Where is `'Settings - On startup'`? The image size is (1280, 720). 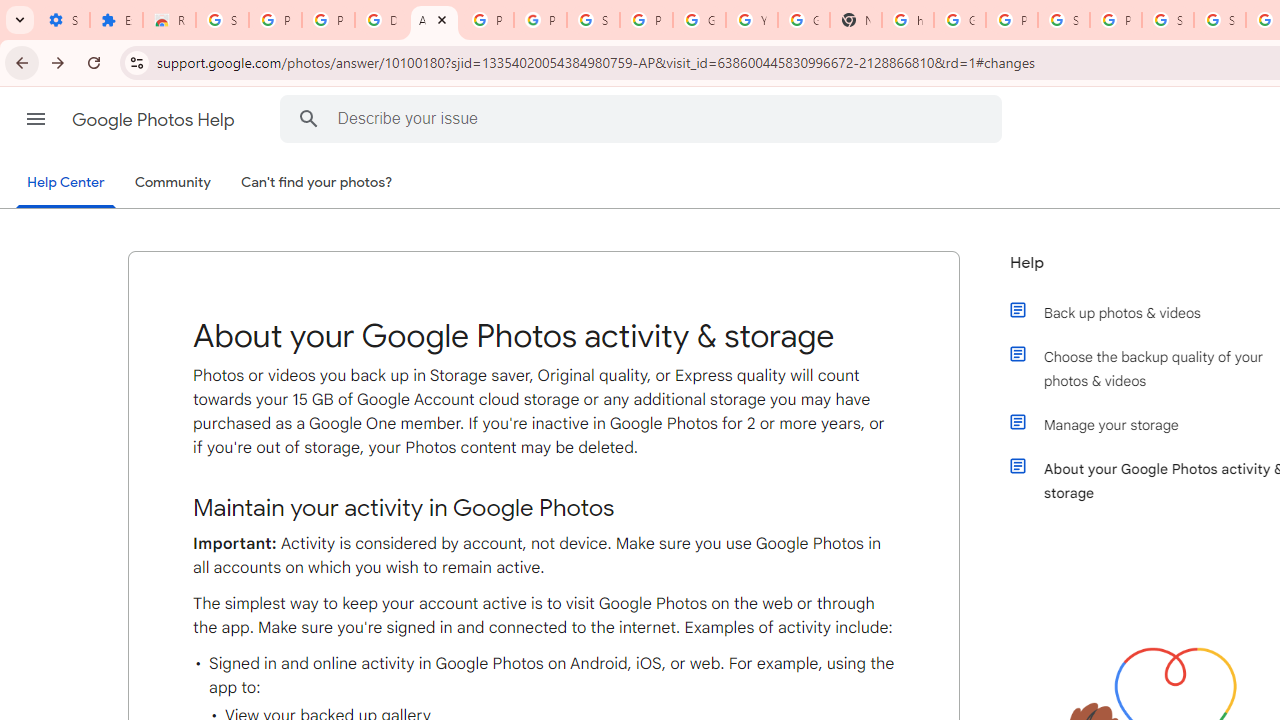
'Settings - On startup' is located at coordinates (63, 20).